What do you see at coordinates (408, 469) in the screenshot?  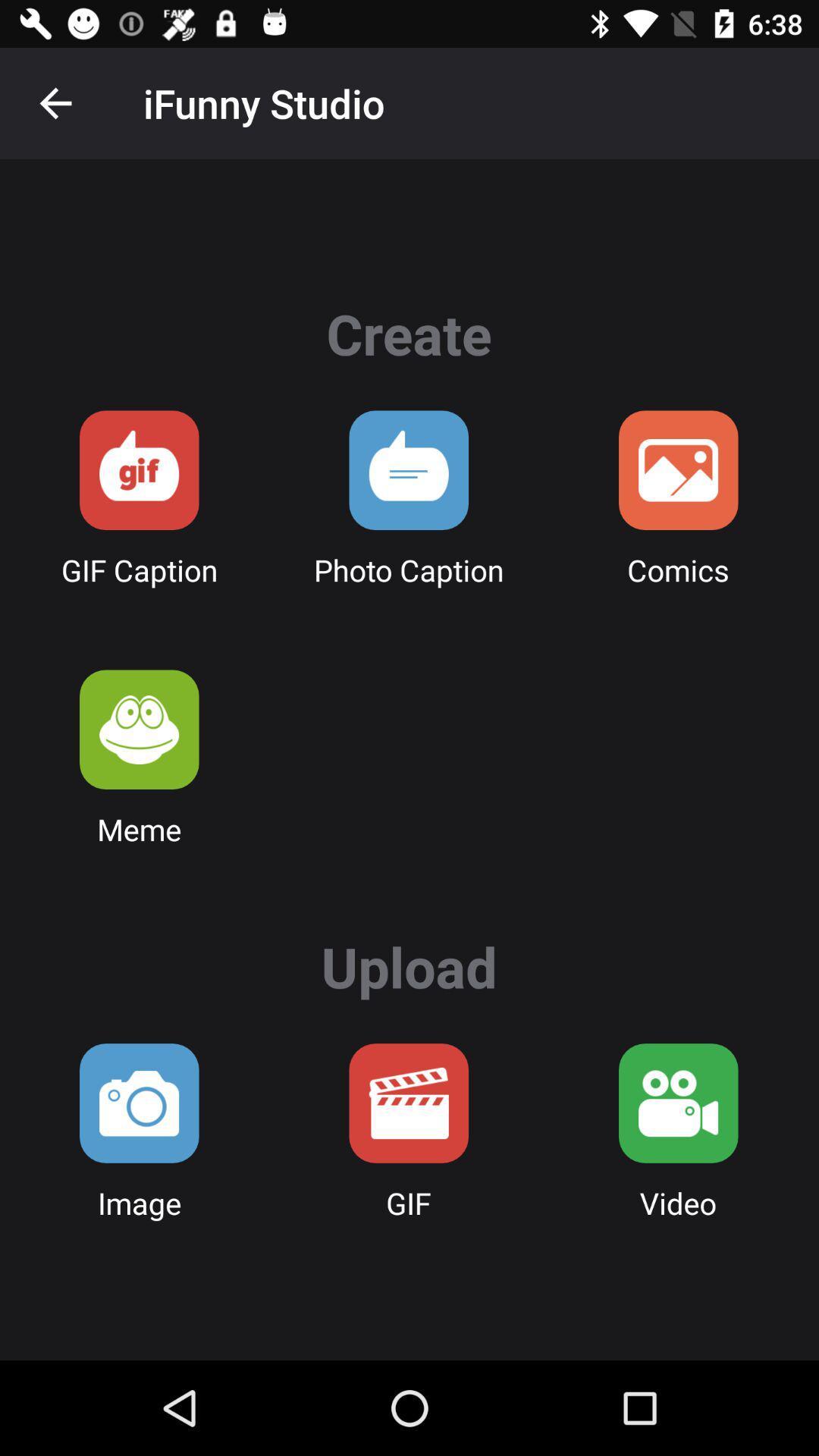 I see `the chat icon` at bounding box center [408, 469].